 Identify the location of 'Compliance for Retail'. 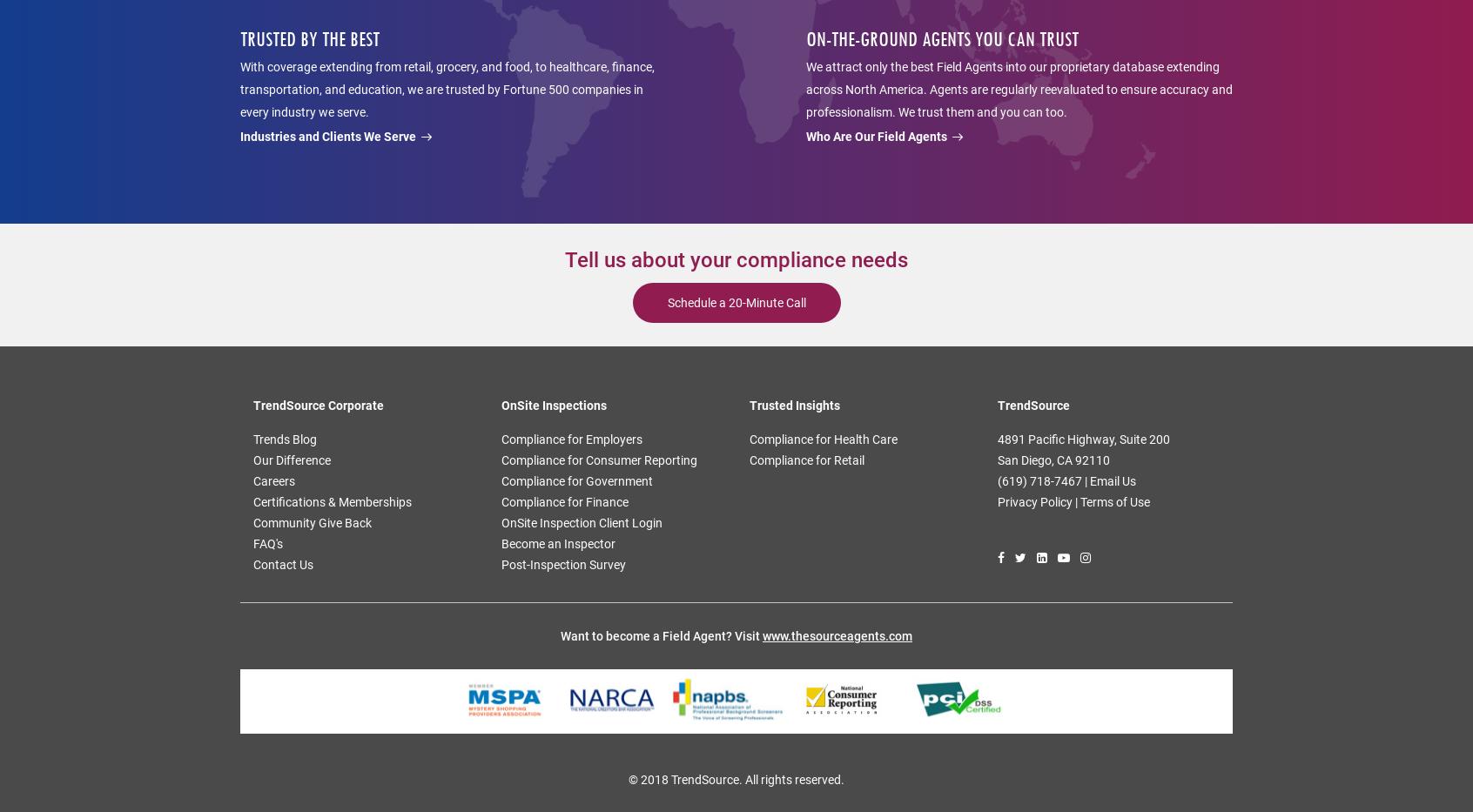
(807, 458).